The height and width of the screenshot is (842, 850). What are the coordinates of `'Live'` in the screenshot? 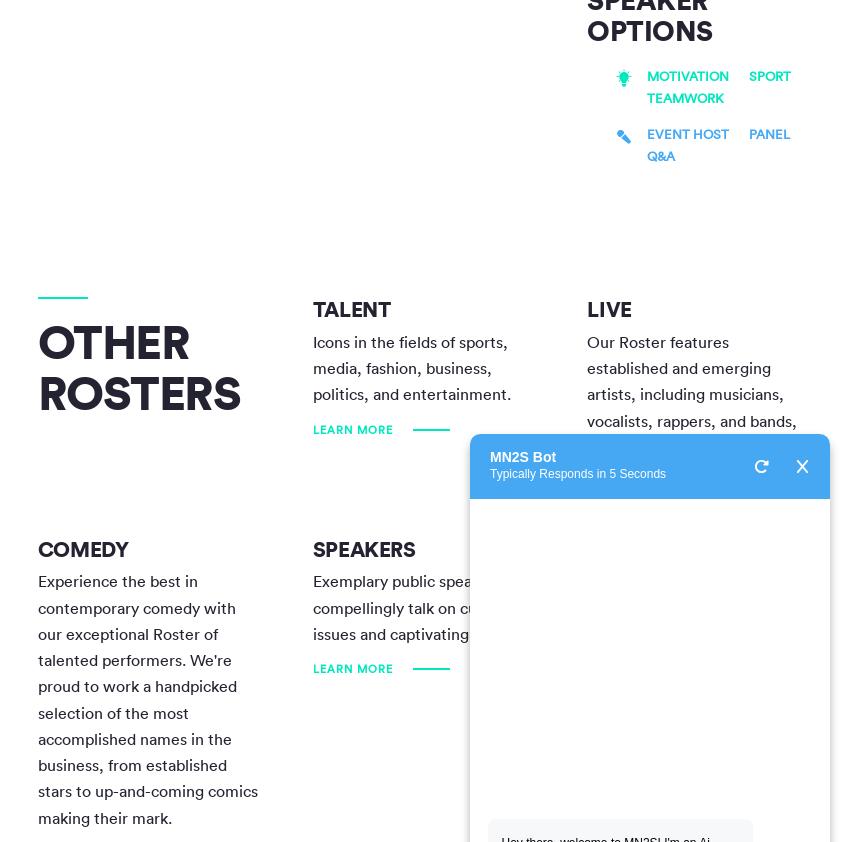 It's located at (608, 309).